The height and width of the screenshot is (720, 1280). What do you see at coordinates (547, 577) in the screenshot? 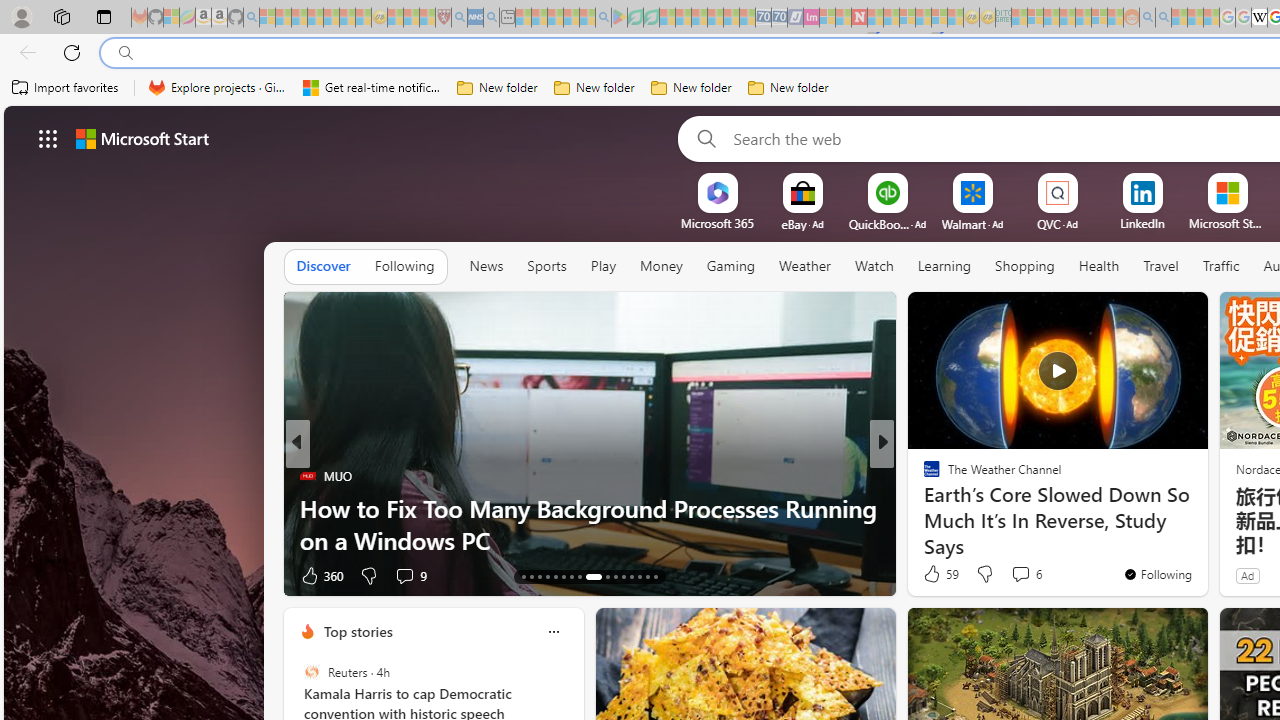
I see `'AutomationID: tab-16'` at bounding box center [547, 577].